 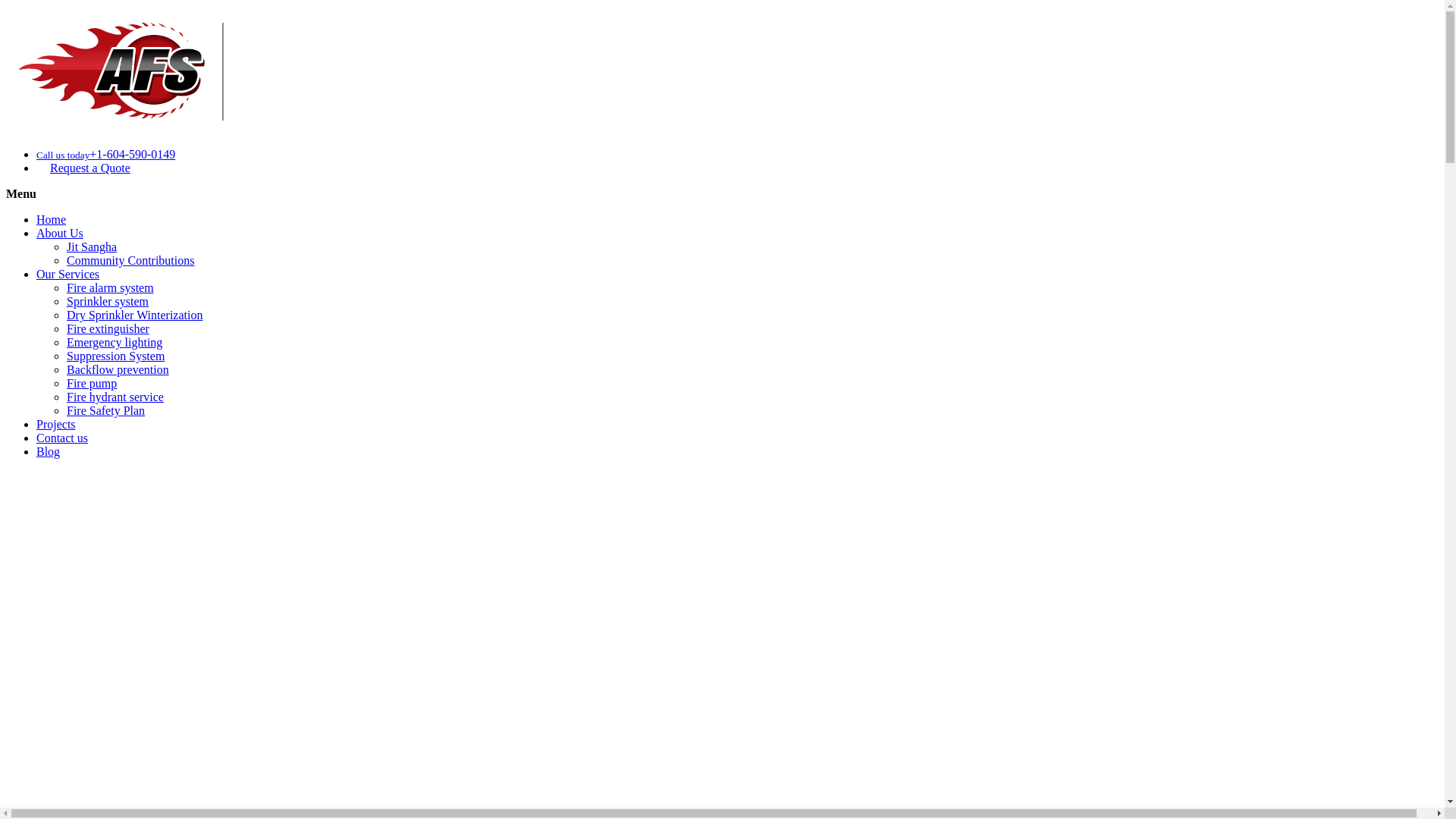 What do you see at coordinates (107, 301) in the screenshot?
I see `'Sprinkler system'` at bounding box center [107, 301].